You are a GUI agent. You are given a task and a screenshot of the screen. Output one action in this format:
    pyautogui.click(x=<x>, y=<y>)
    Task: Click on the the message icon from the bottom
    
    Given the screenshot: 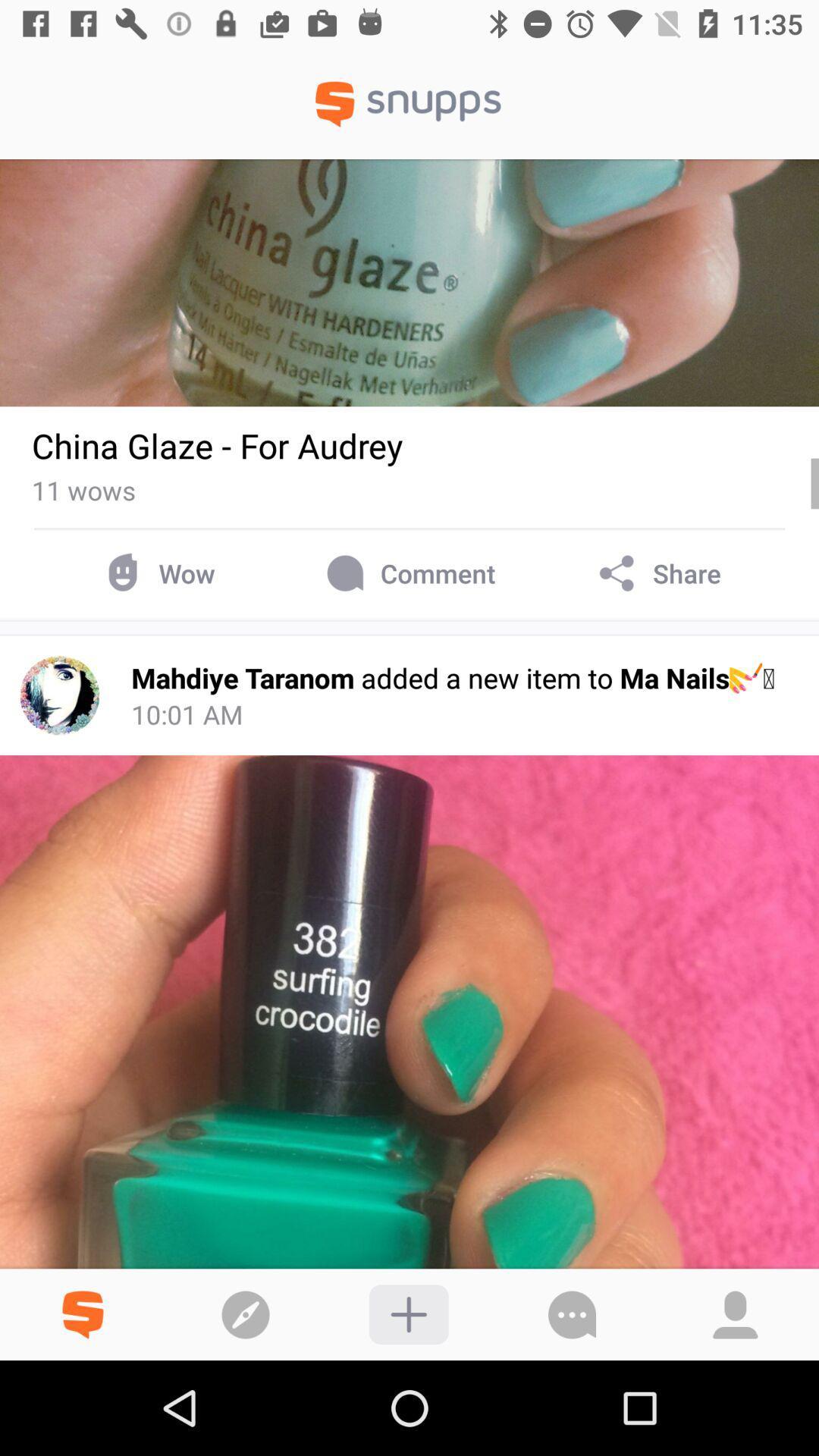 What is the action you would take?
    pyautogui.click(x=573, y=1313)
    